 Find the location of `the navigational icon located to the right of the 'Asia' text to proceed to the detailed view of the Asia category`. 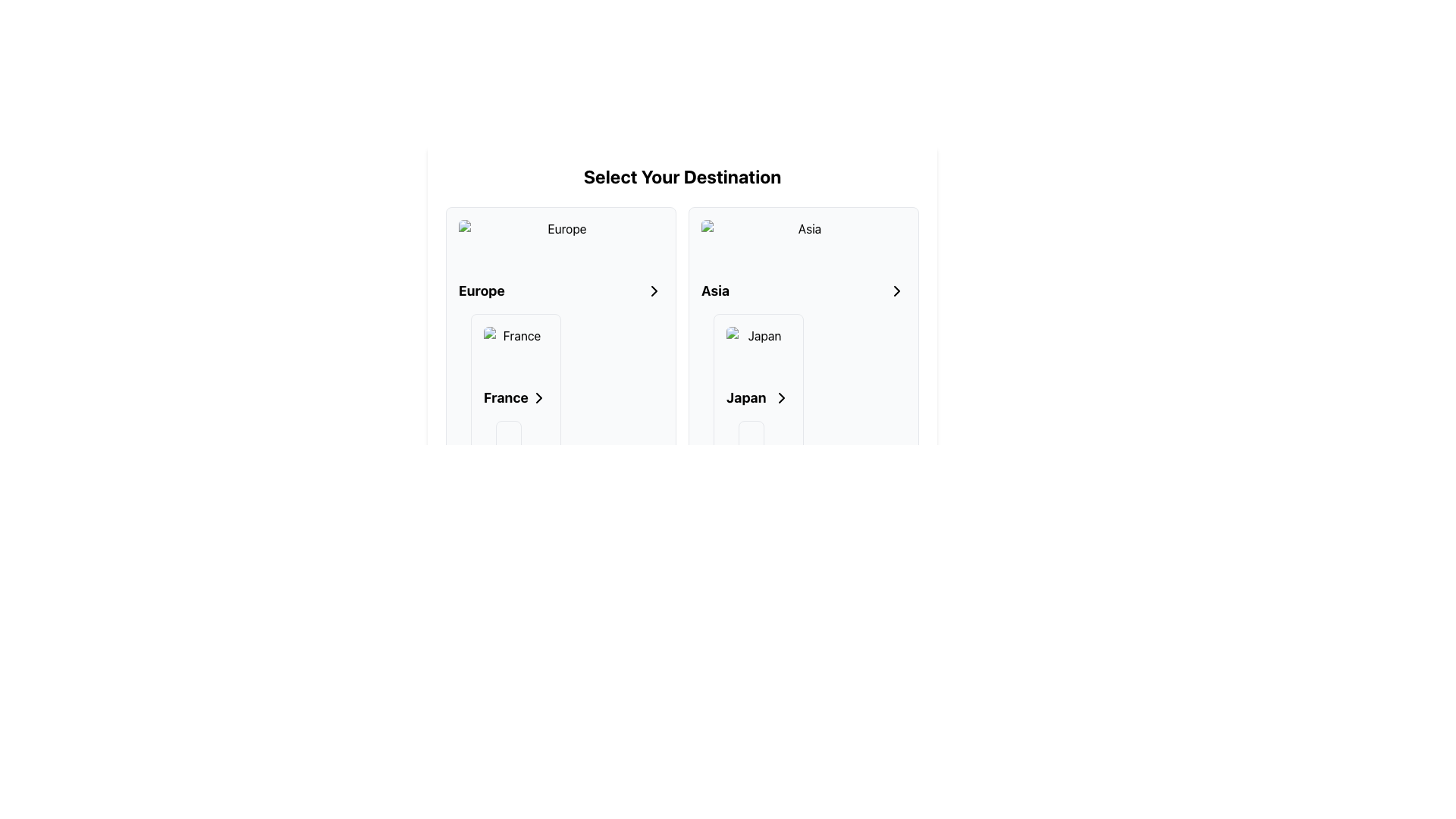

the navigational icon located to the right of the 'Asia' text to proceed to the detailed view of the Asia category is located at coordinates (896, 291).